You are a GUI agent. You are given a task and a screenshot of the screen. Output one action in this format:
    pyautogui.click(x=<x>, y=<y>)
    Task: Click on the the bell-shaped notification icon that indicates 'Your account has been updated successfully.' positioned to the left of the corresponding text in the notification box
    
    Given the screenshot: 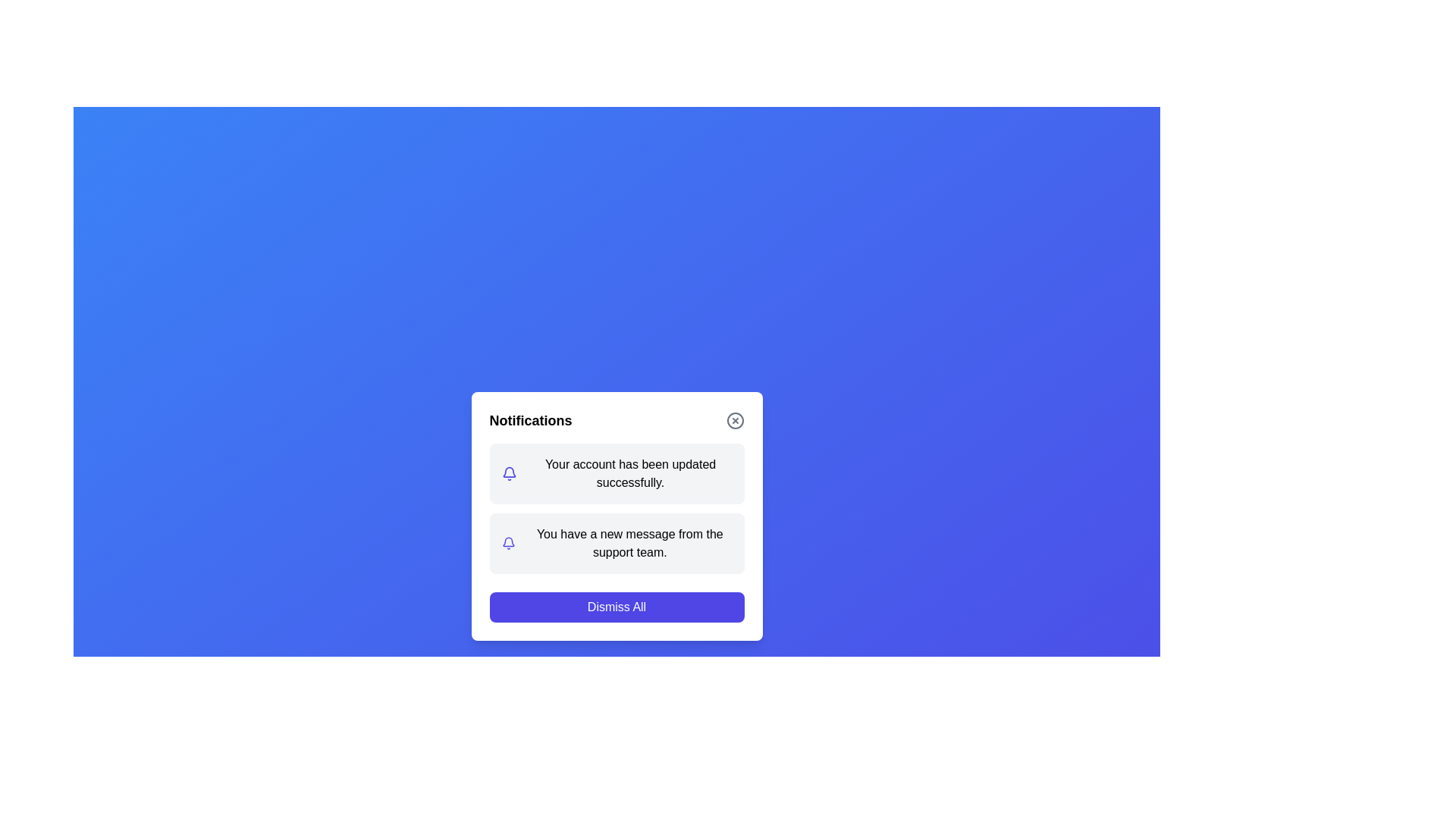 What is the action you would take?
    pyautogui.click(x=509, y=472)
    